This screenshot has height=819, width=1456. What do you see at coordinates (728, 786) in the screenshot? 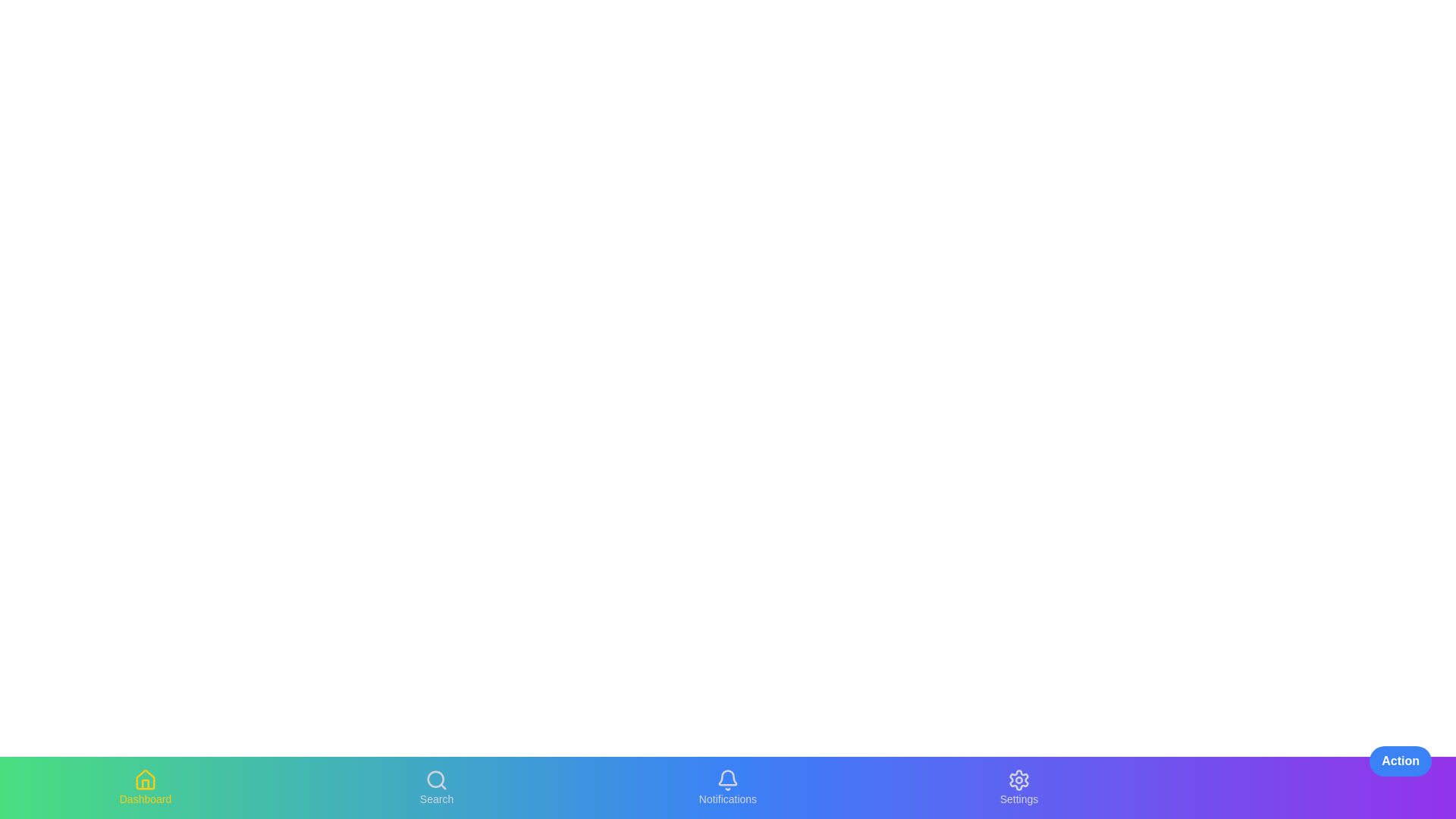
I see `the navigation item labeled Notifications` at bounding box center [728, 786].